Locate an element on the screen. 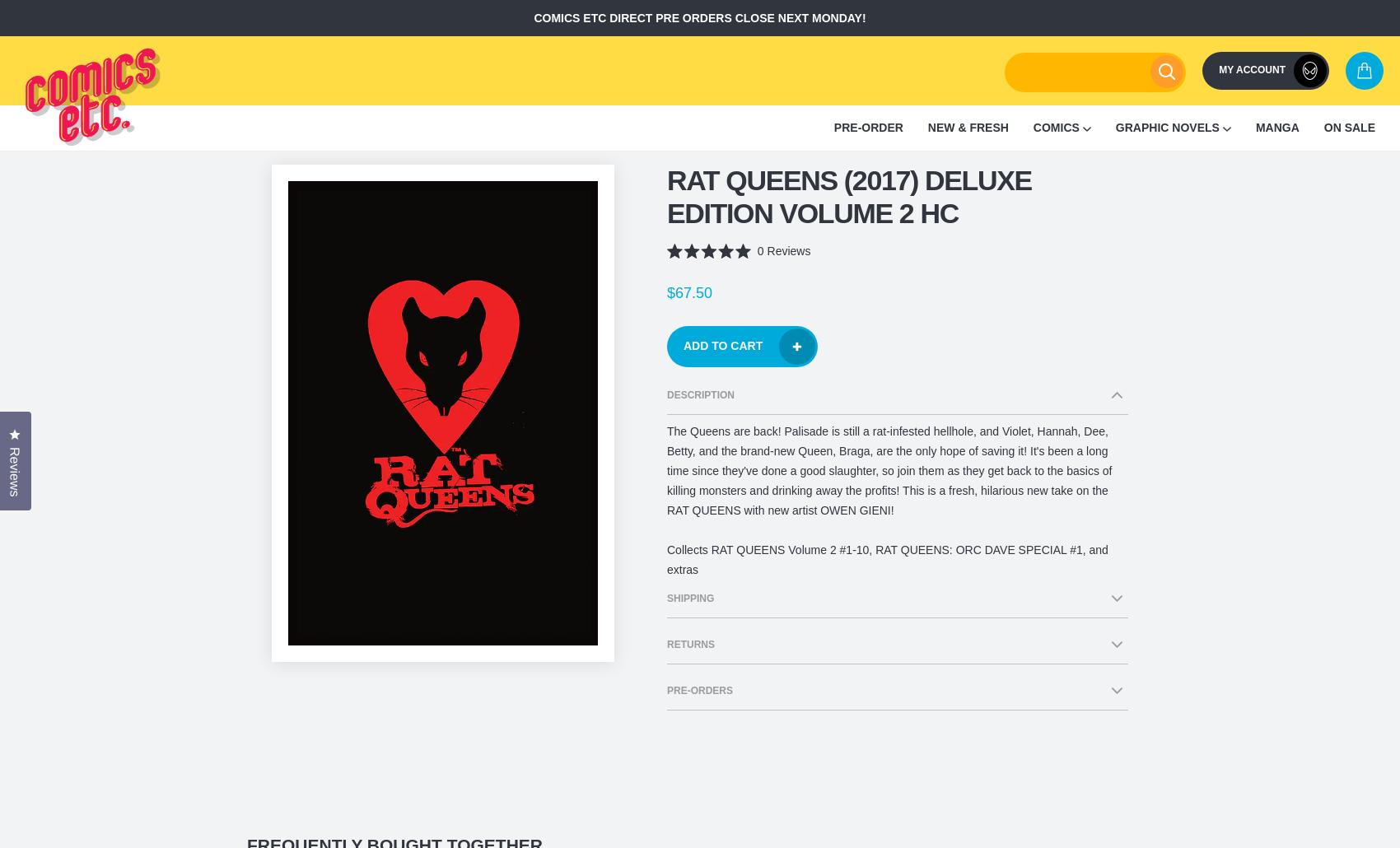 This screenshot has width=1400, height=848. 'The Queens are back! Palisade is still a rat-infested hellhole, and Violet, Hannah, Dee, Betty, and the brand-new Queen, Braga, are the only hope of saving it! It's been a long time since they've done a good slaughter, so join them as they get back to the basics of killing monsters and drinking away the profits! This is a fresh, hilarious new take on the RAT QUEENS with new artist OWEN GIENI!' is located at coordinates (889, 470).